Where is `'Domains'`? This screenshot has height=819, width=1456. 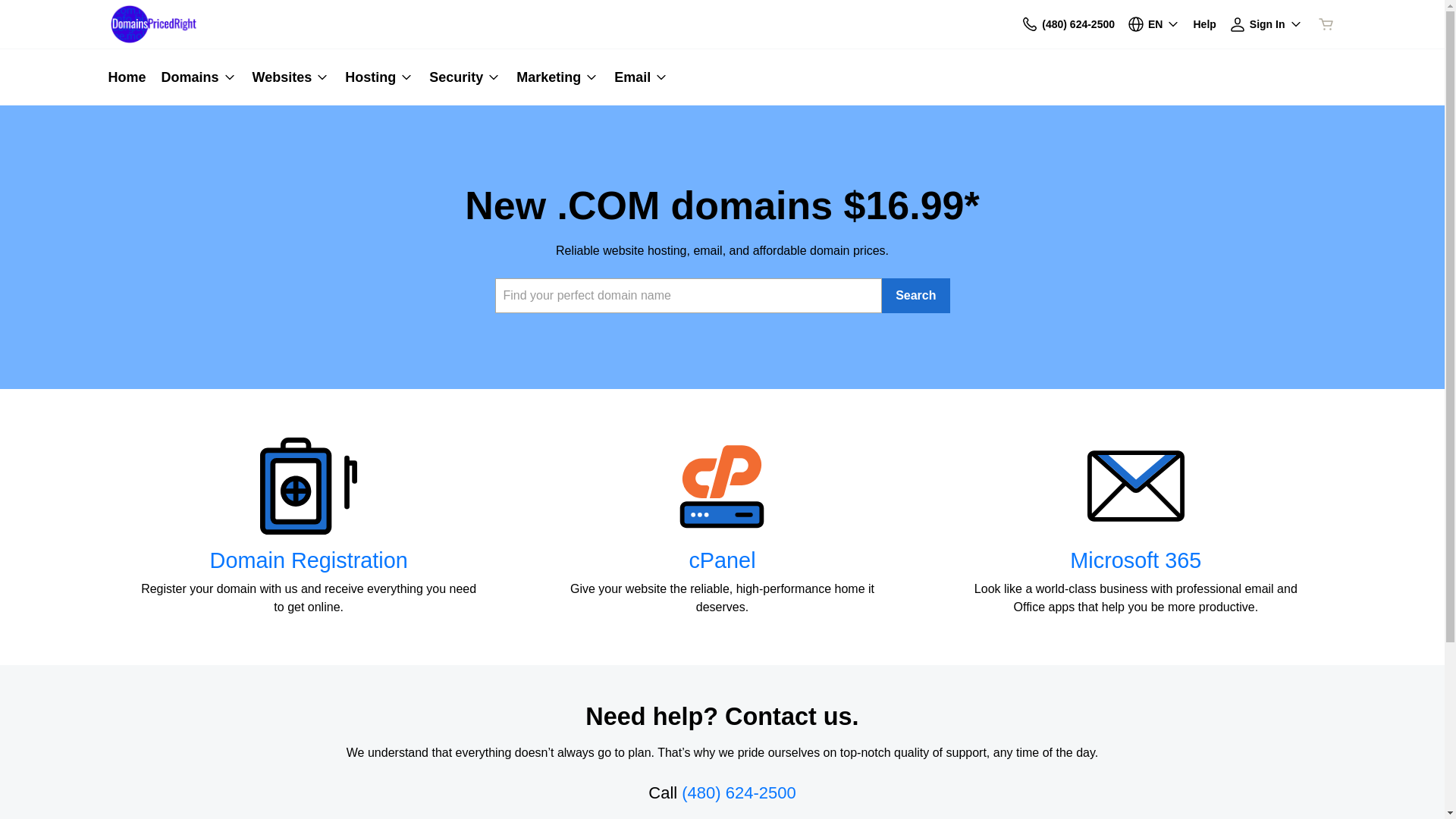 'Domains' is located at coordinates (199, 77).